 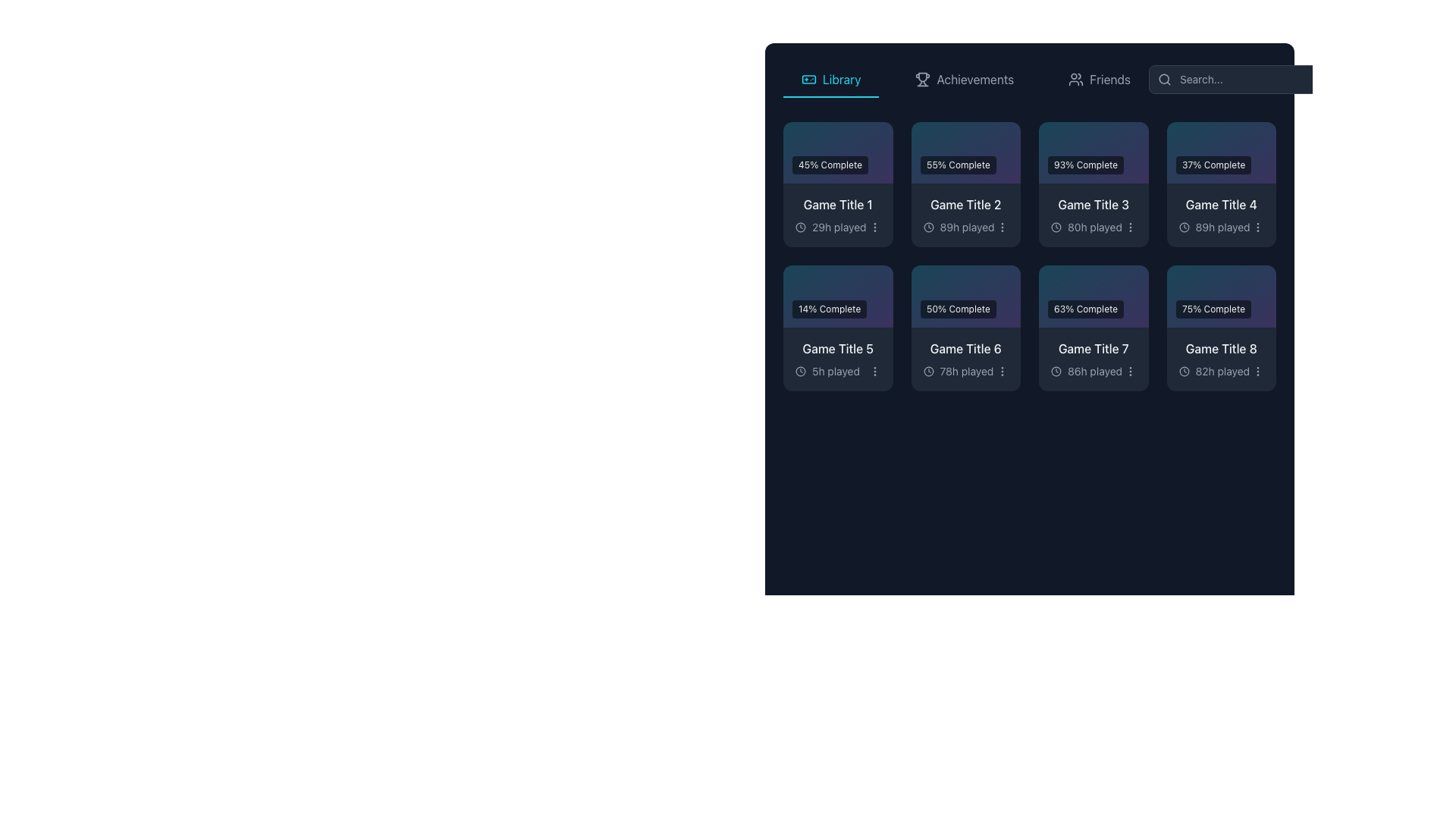 I want to click on the Progress indicator card displaying '37% Complete', which is located in the top-right corner of the grid layout, so click(x=1221, y=152).